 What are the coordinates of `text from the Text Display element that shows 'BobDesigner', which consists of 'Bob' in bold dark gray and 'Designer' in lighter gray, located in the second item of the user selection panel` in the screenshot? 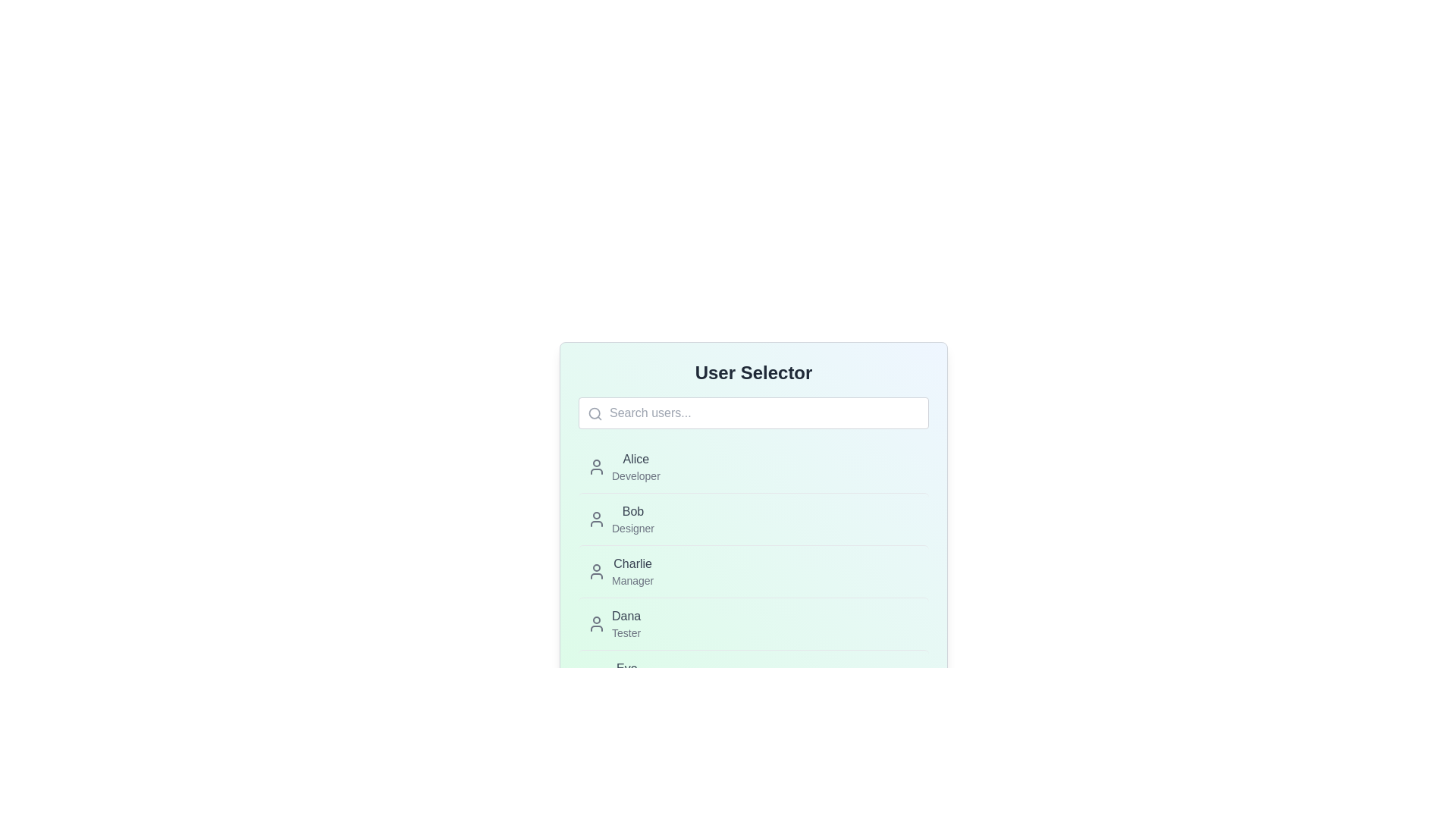 It's located at (633, 519).